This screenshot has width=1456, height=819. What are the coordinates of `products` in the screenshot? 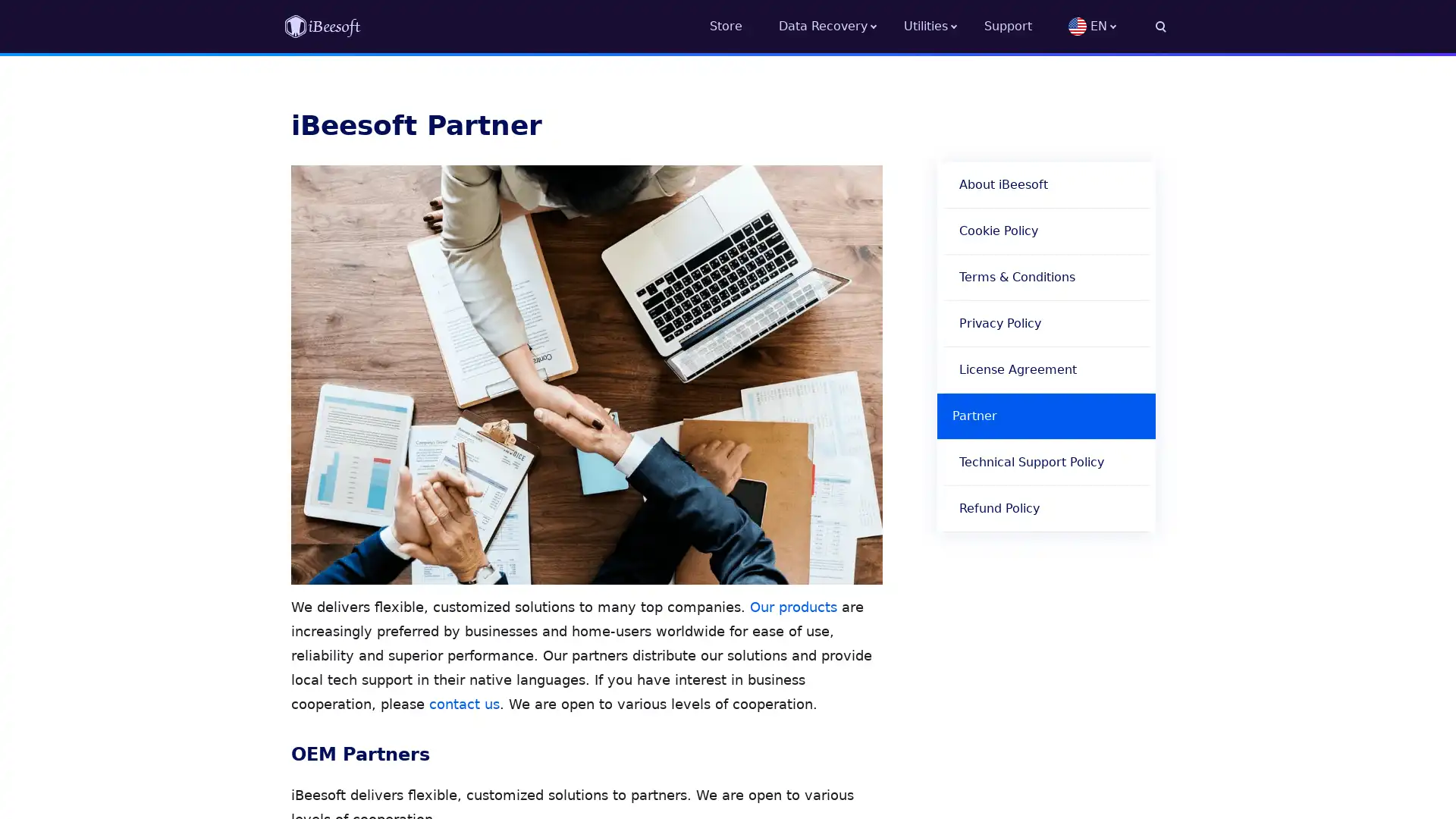 It's located at (943, 26).